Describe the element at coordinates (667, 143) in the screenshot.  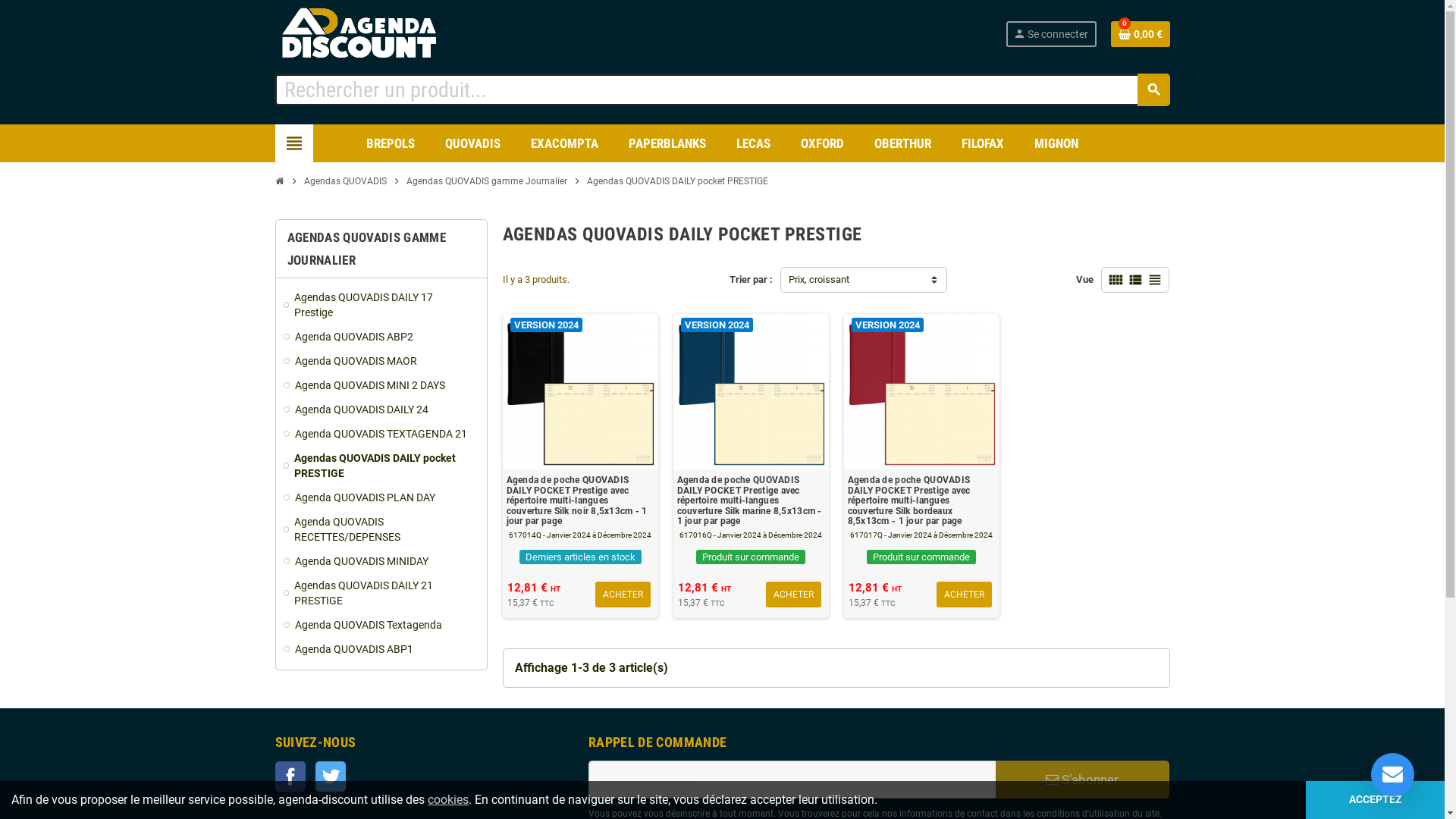
I see `'PAPERBLANKS'` at that location.